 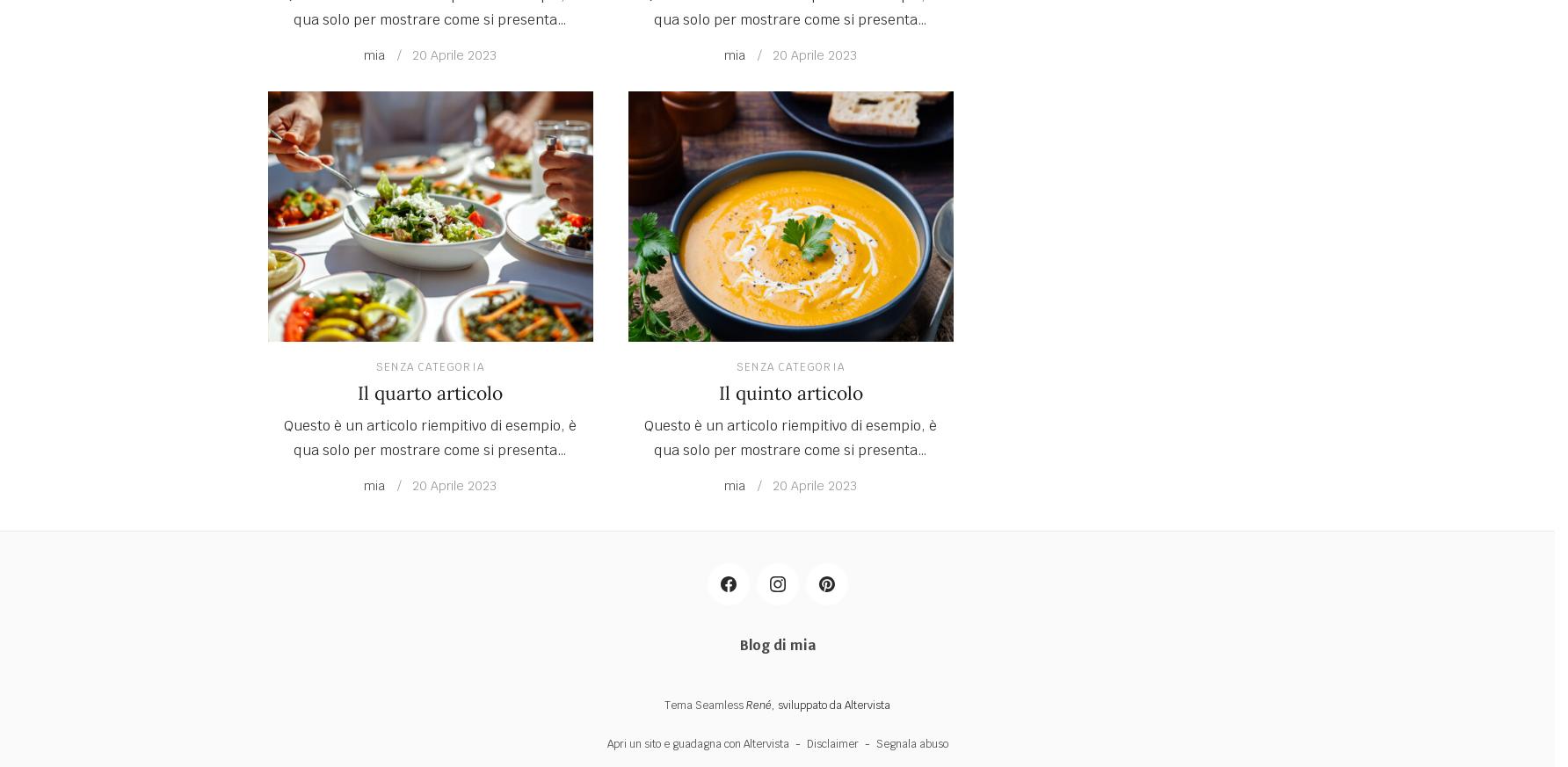 What do you see at coordinates (696, 743) in the screenshot?
I see `'Apri un sito e guadagna con Altervista'` at bounding box center [696, 743].